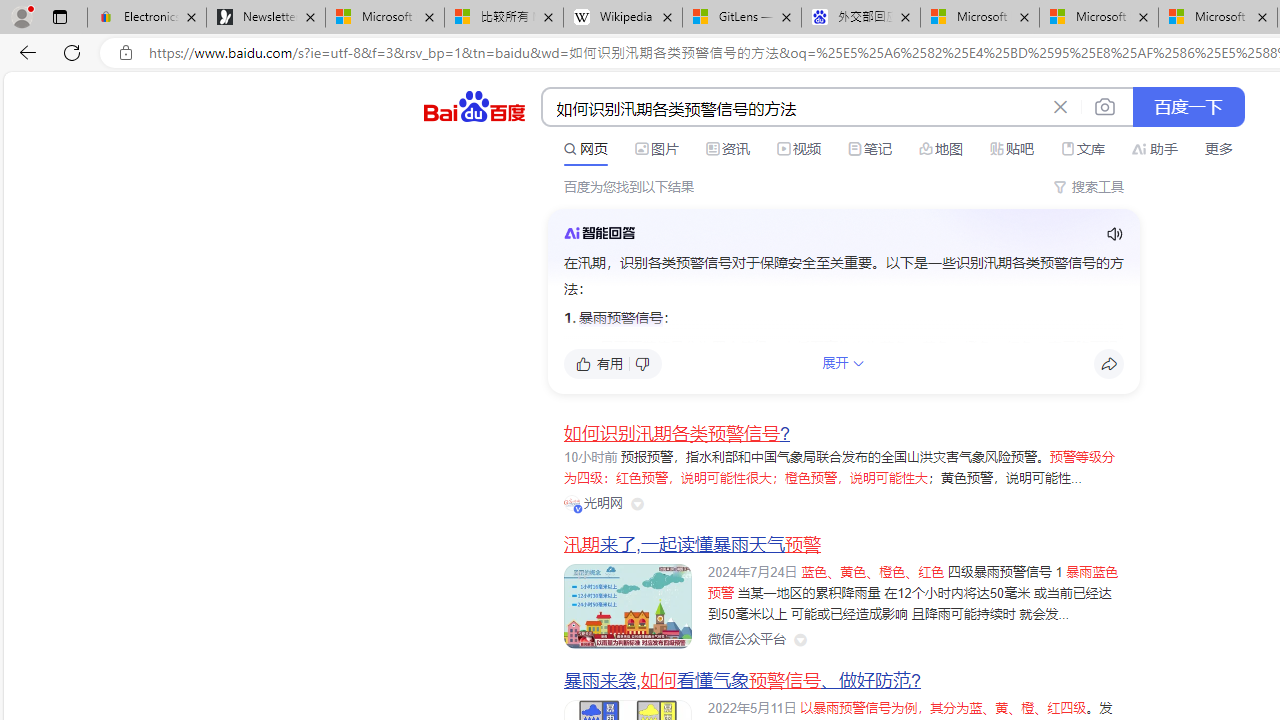 The width and height of the screenshot is (1280, 720). I want to click on 'Class: sc-audio-svg _pause-icon_13ucw_87', so click(1113, 233).